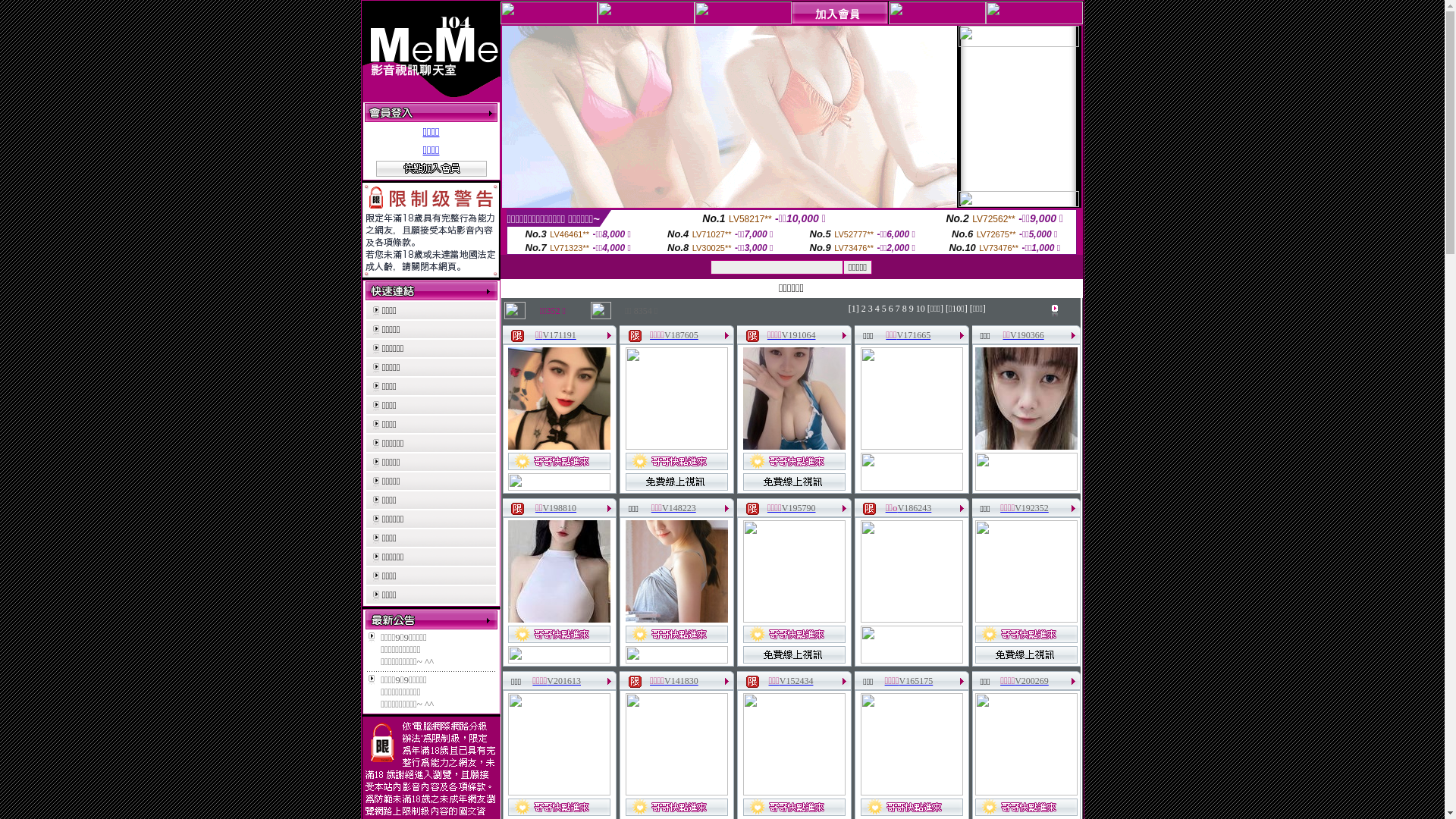 The width and height of the screenshot is (1456, 819). What do you see at coordinates (798, 334) in the screenshot?
I see `'V191064'` at bounding box center [798, 334].